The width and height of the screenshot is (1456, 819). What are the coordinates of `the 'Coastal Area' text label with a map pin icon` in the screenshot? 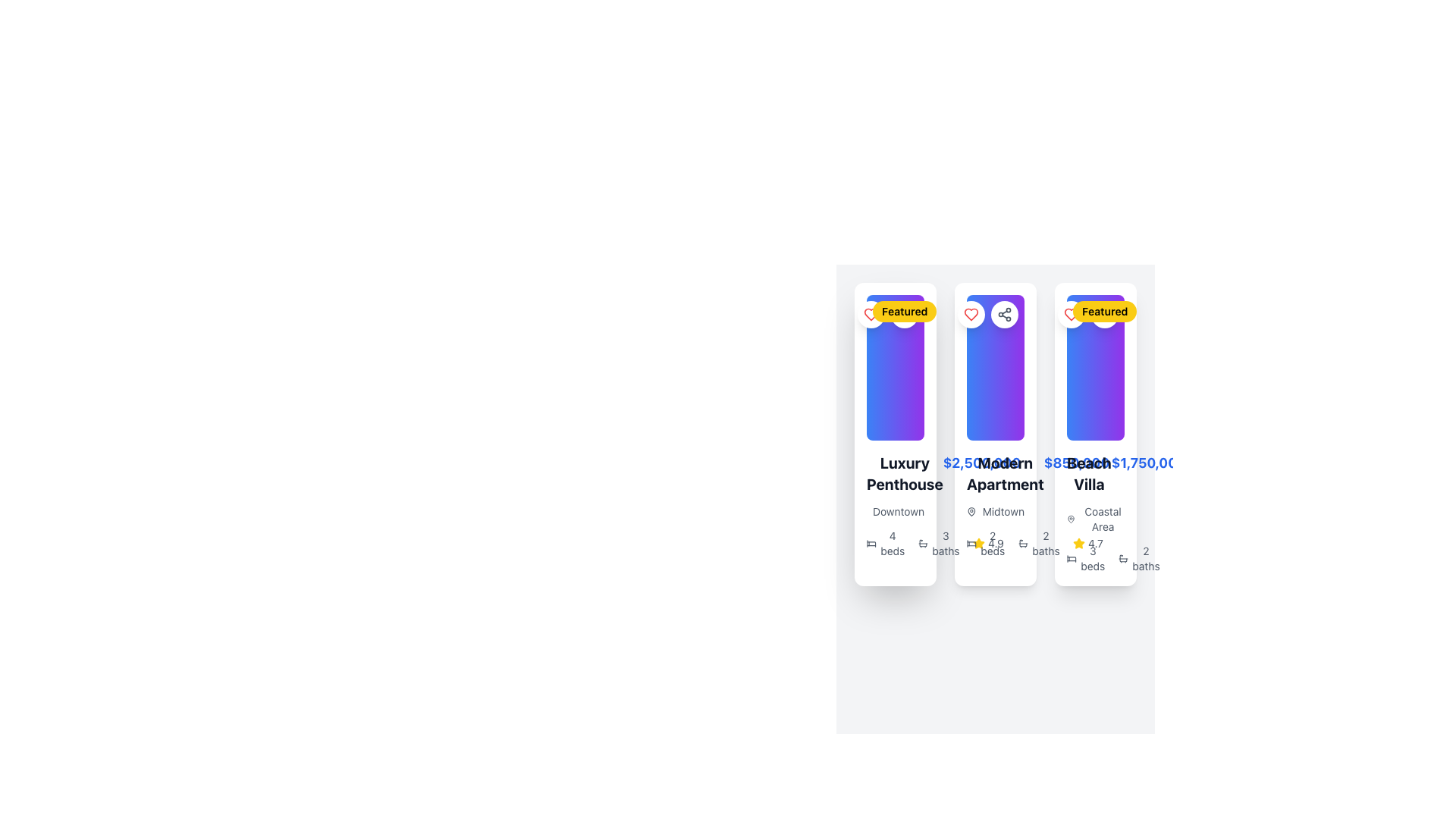 It's located at (1095, 519).